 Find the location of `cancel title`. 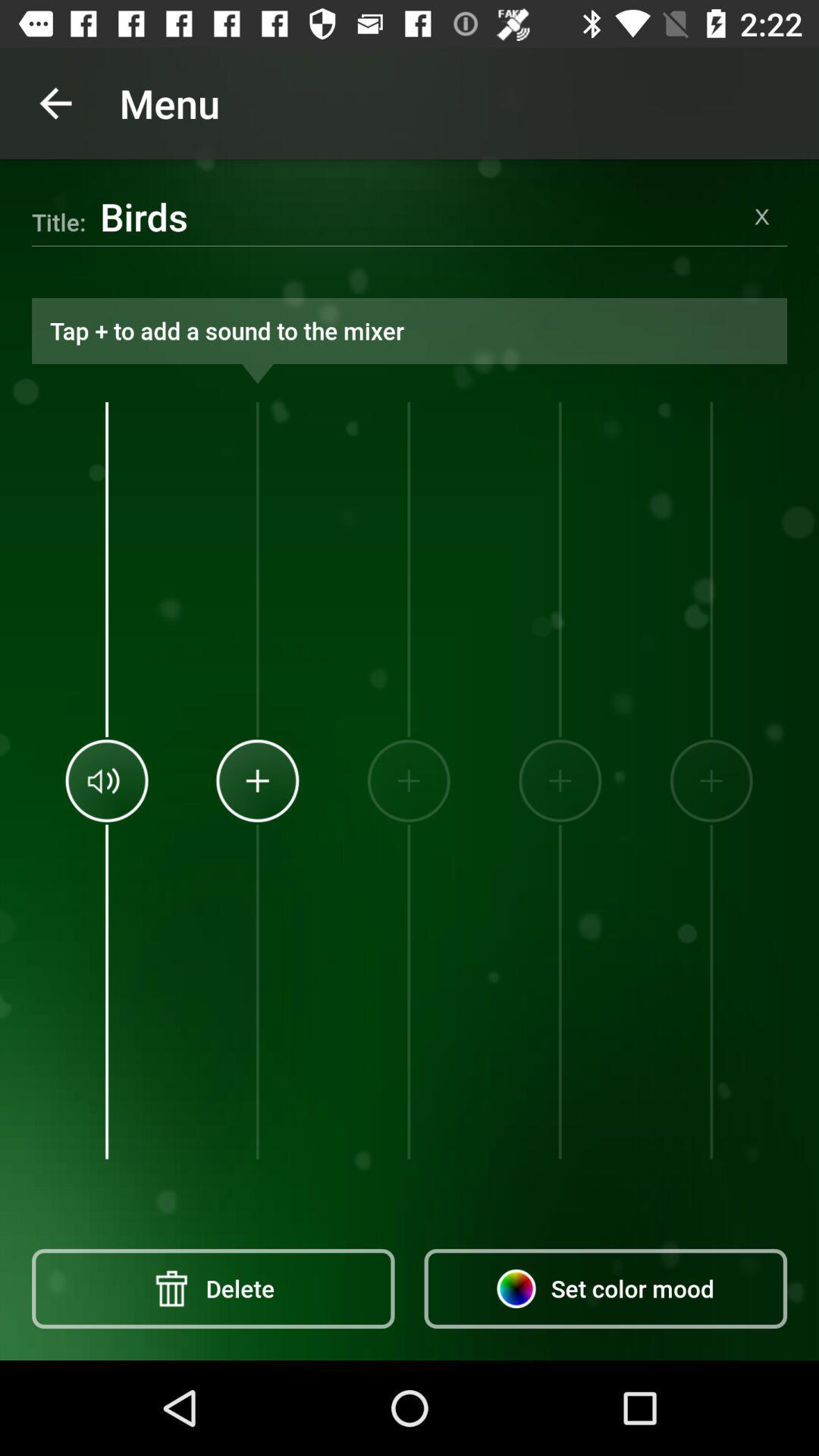

cancel title is located at coordinates (762, 215).